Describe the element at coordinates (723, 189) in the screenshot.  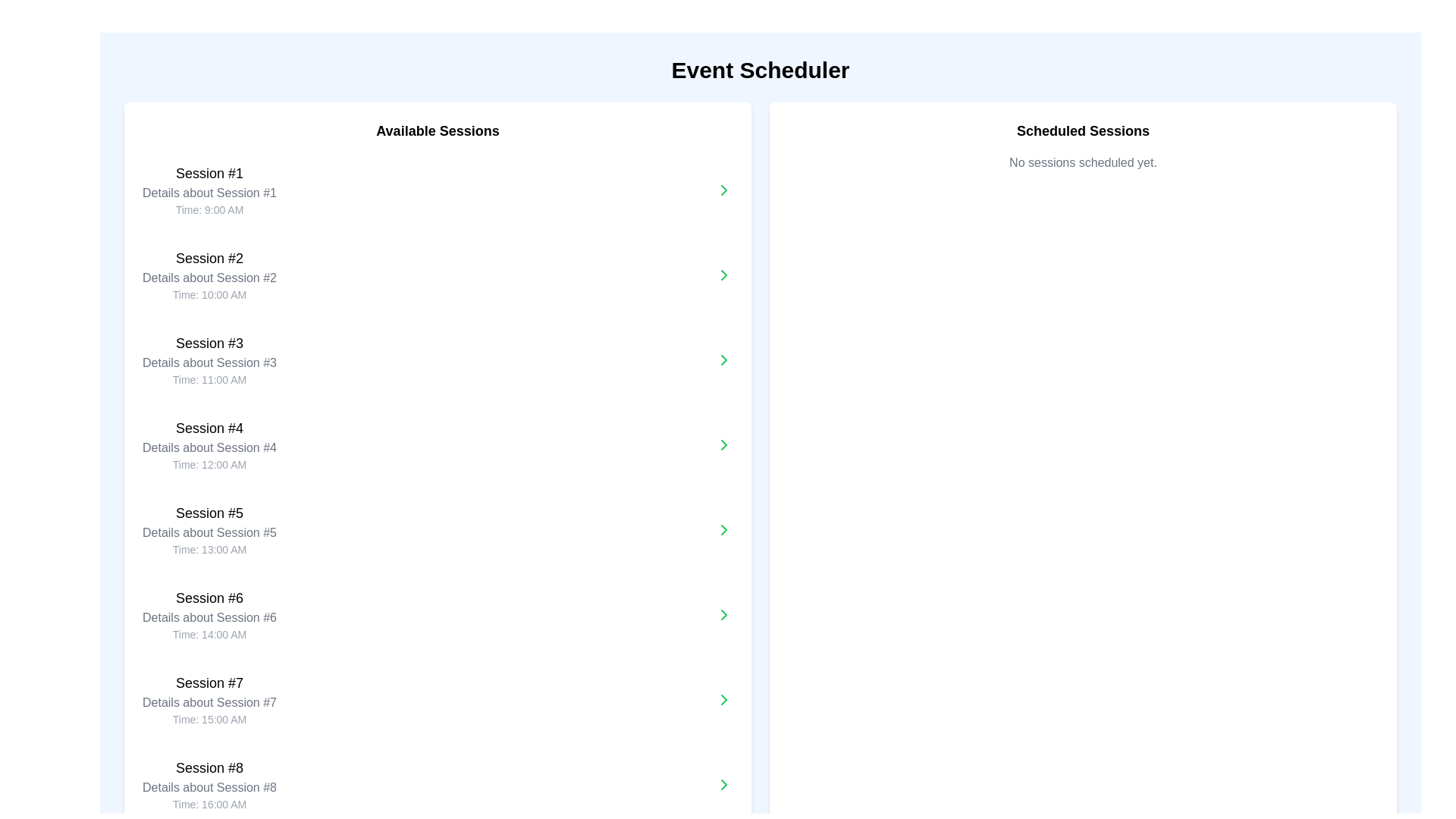
I see `the navigation icon for the first session in the 'Available Sessions' panel` at that location.